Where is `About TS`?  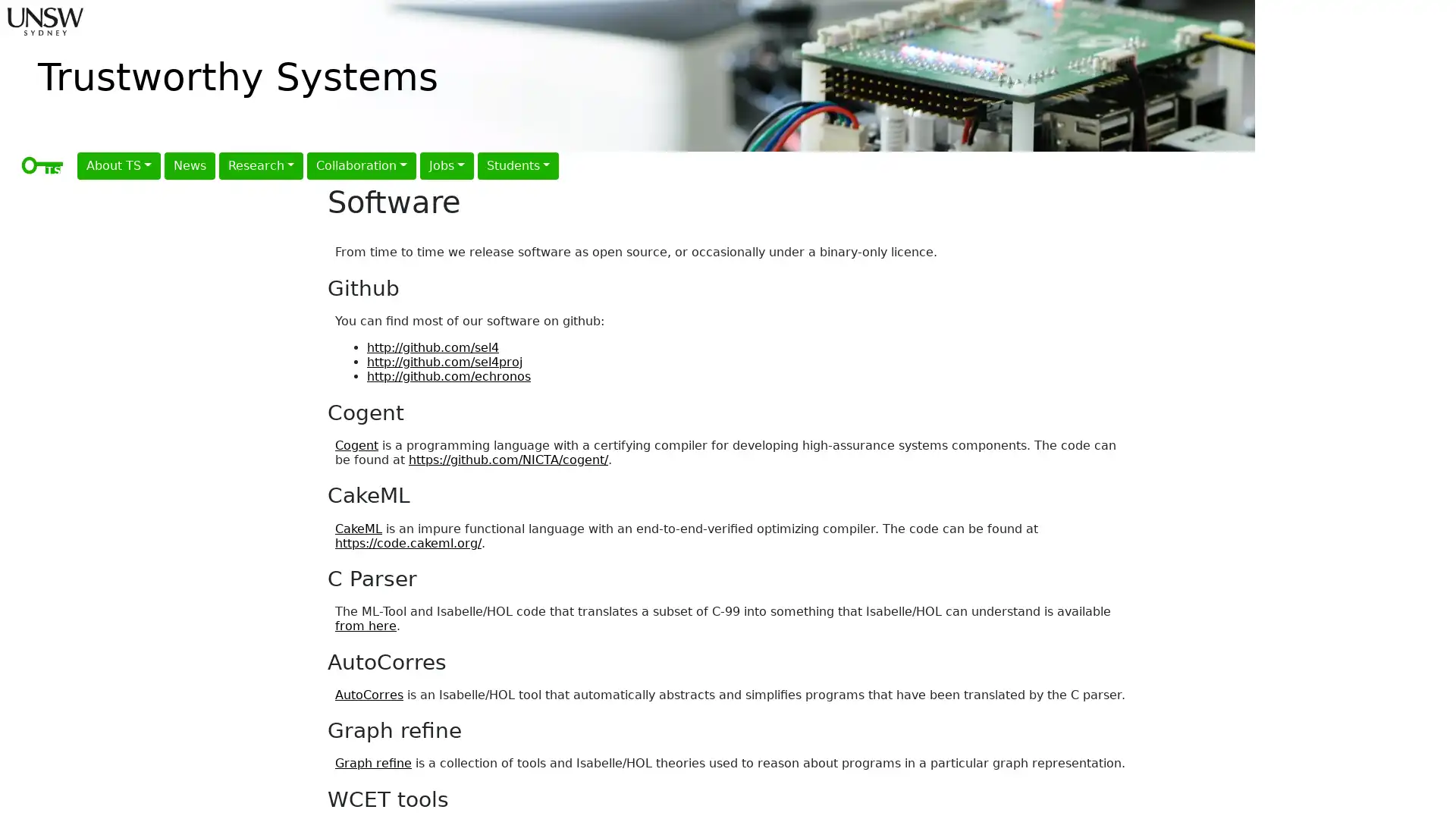 About TS is located at coordinates (118, 165).